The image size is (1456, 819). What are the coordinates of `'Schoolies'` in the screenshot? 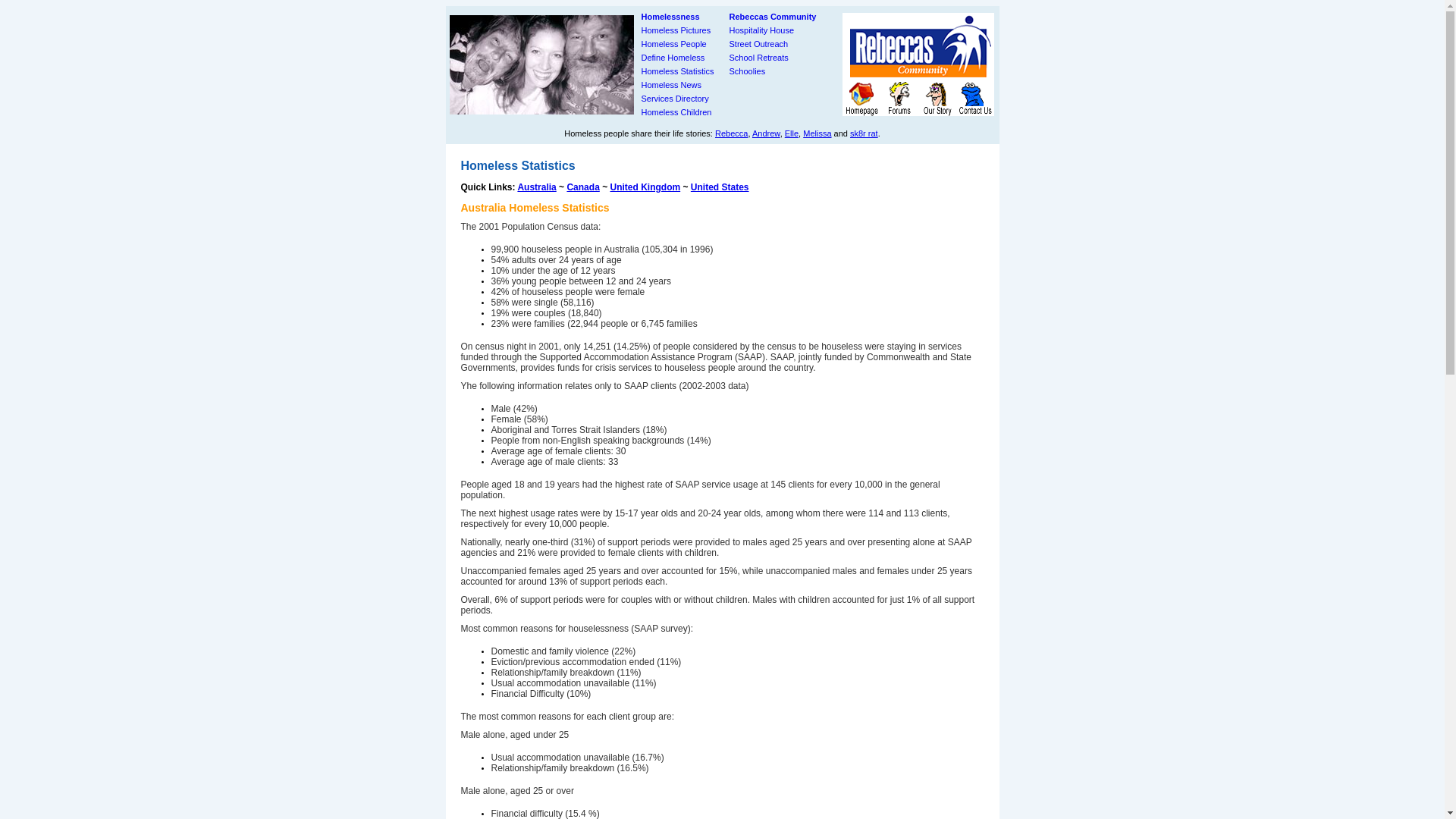 It's located at (747, 71).